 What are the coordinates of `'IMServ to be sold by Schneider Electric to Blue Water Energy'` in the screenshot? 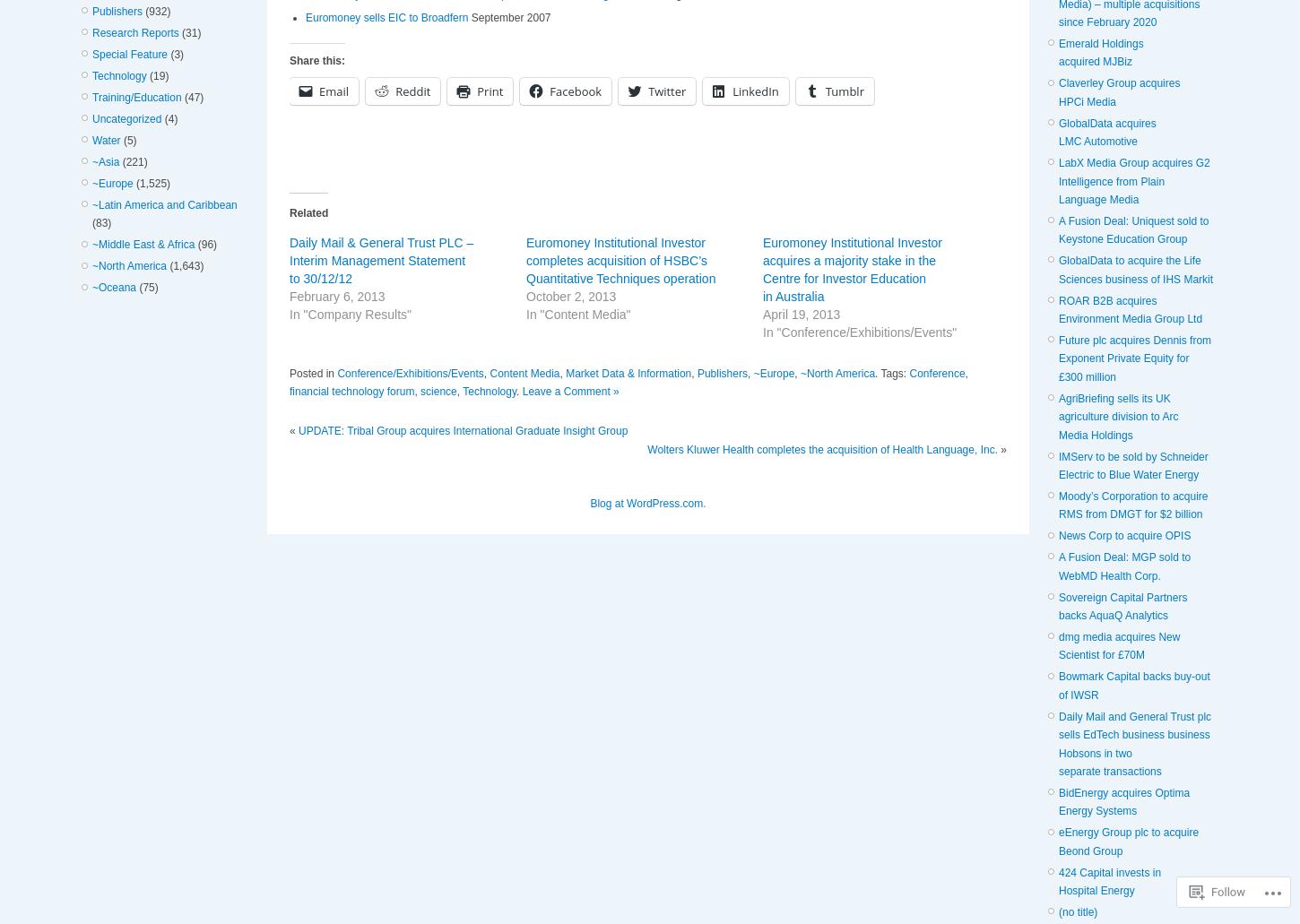 It's located at (1132, 464).